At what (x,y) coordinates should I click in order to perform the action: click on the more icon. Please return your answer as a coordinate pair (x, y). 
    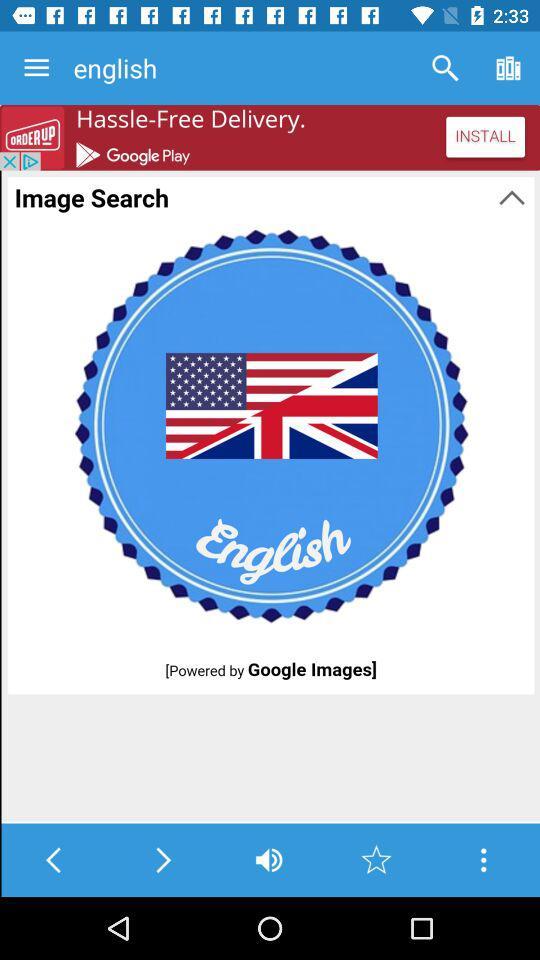
    Looking at the image, I should click on (482, 859).